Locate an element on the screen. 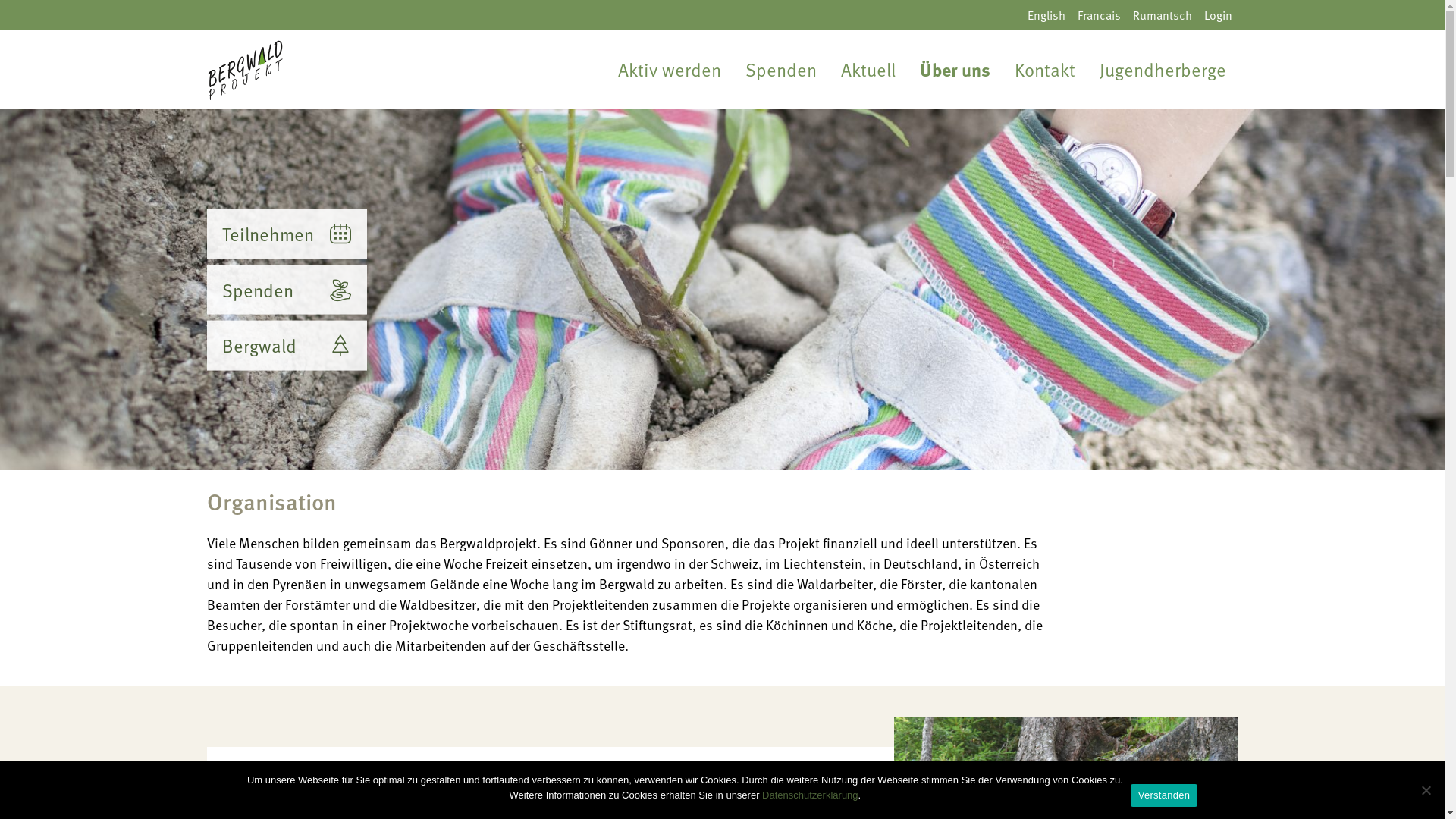  'Kontakt' is located at coordinates (1043, 70).